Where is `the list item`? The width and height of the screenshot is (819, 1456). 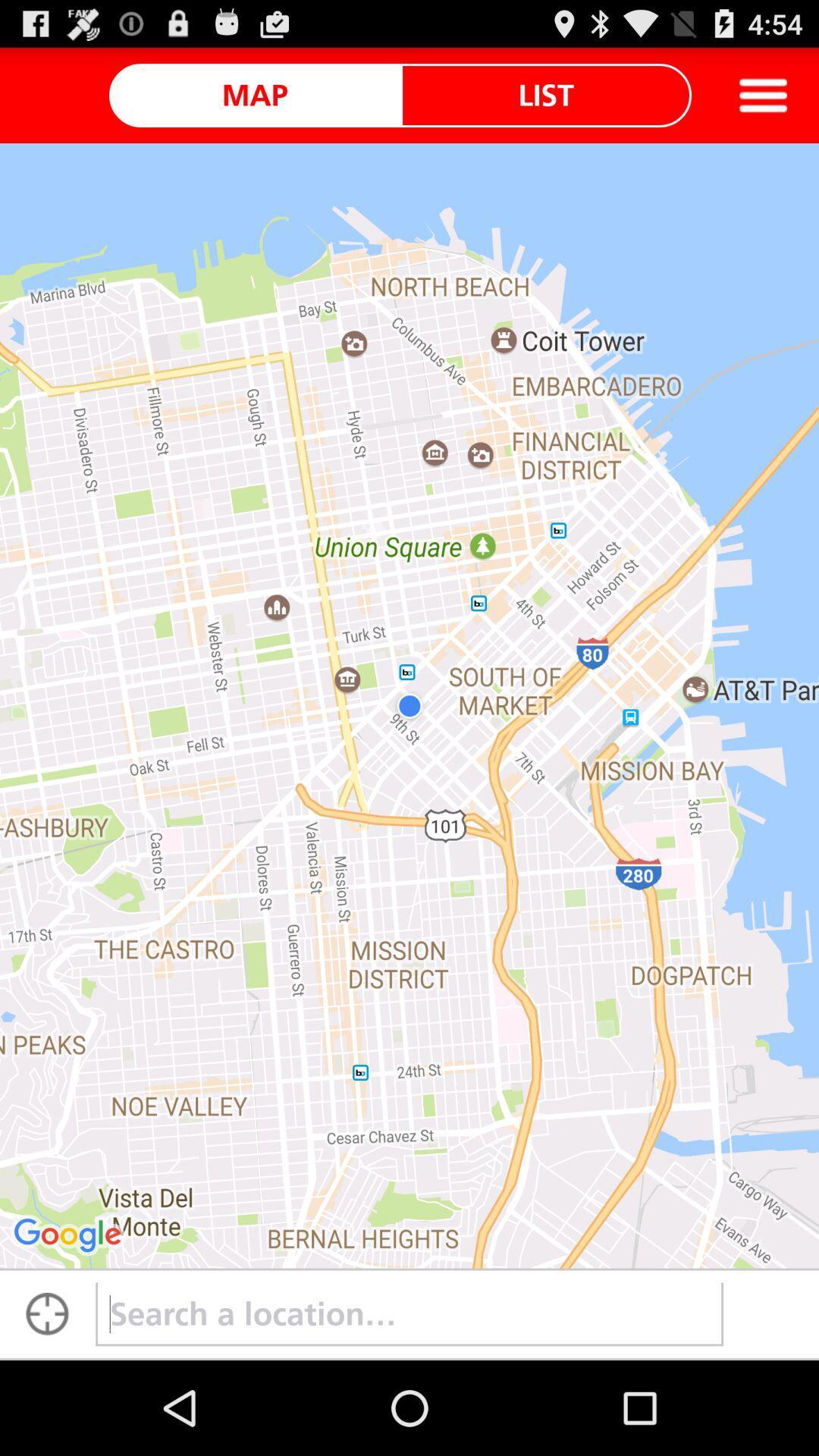
the list item is located at coordinates (546, 94).